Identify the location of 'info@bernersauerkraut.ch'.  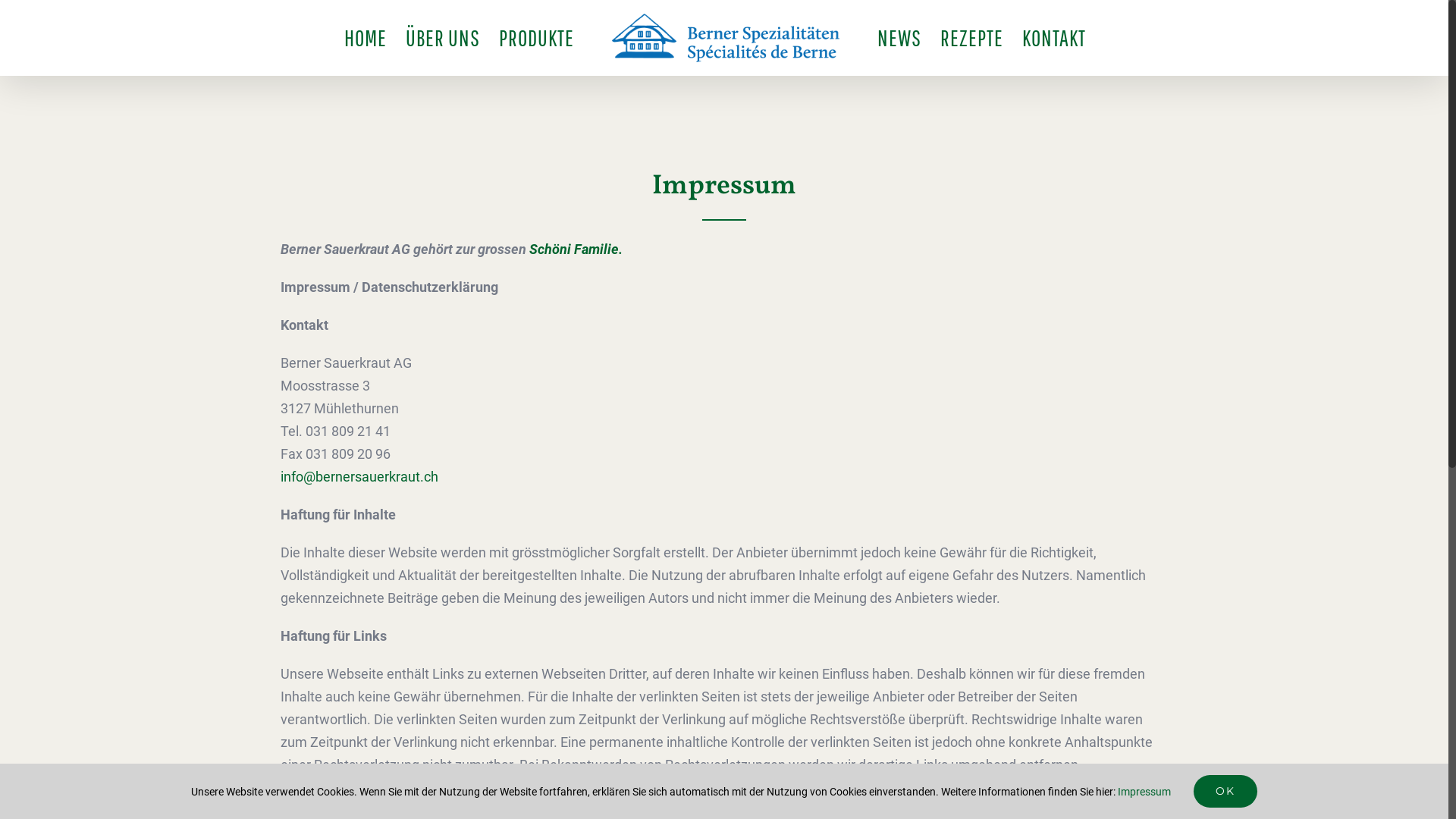
(359, 475).